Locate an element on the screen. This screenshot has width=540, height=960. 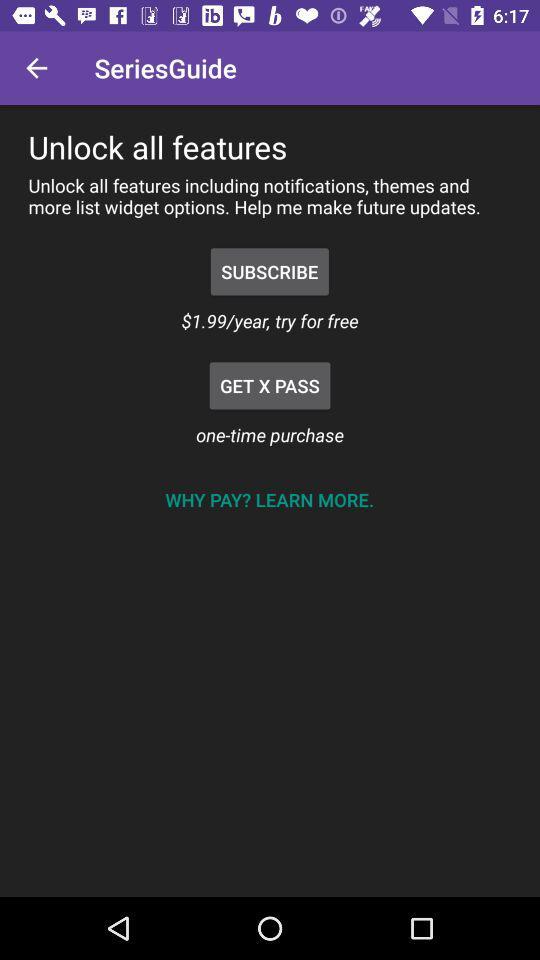
icon to the left of the seriesguide item is located at coordinates (36, 68).